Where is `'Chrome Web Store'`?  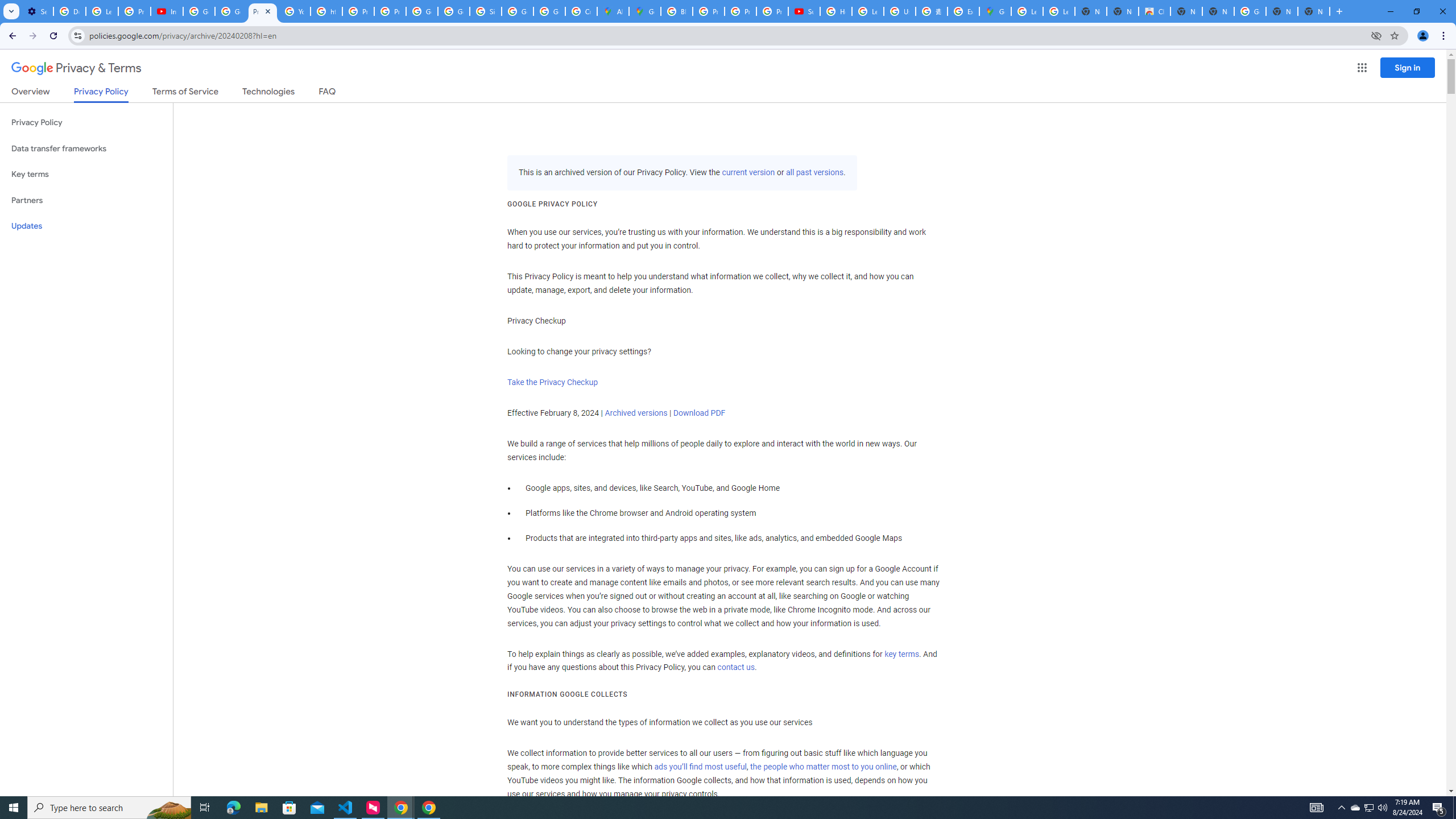 'Chrome Web Store' is located at coordinates (1155, 11).